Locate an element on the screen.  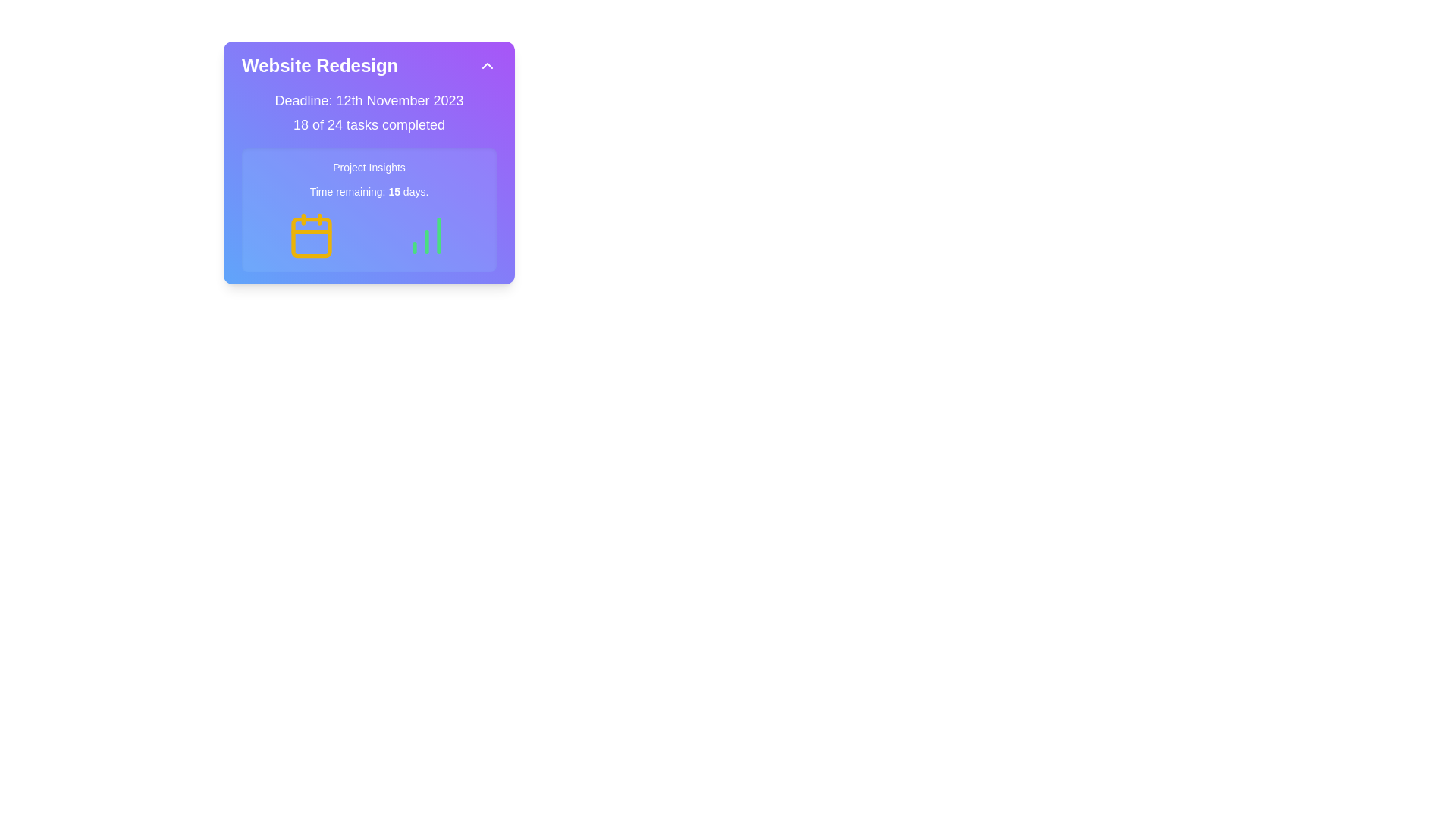
the static text label displaying 'Time remaining: 15 days' within the 'Project Insights' card is located at coordinates (394, 191).